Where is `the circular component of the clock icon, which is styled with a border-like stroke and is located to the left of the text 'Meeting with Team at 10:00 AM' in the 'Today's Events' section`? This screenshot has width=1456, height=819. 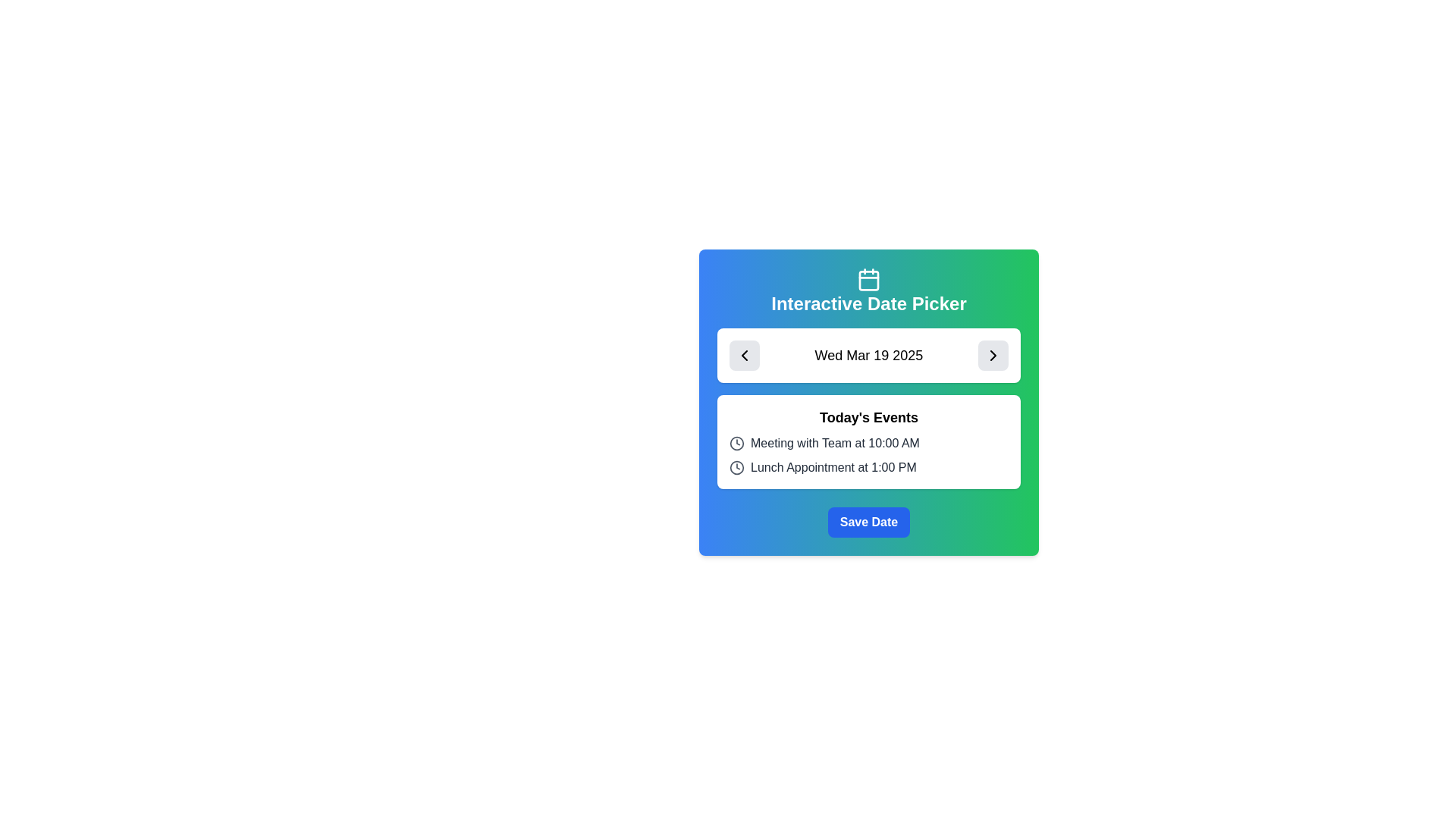
the circular component of the clock icon, which is styled with a border-like stroke and is located to the left of the text 'Meeting with Team at 10:00 AM' in the 'Today's Events' section is located at coordinates (736, 467).